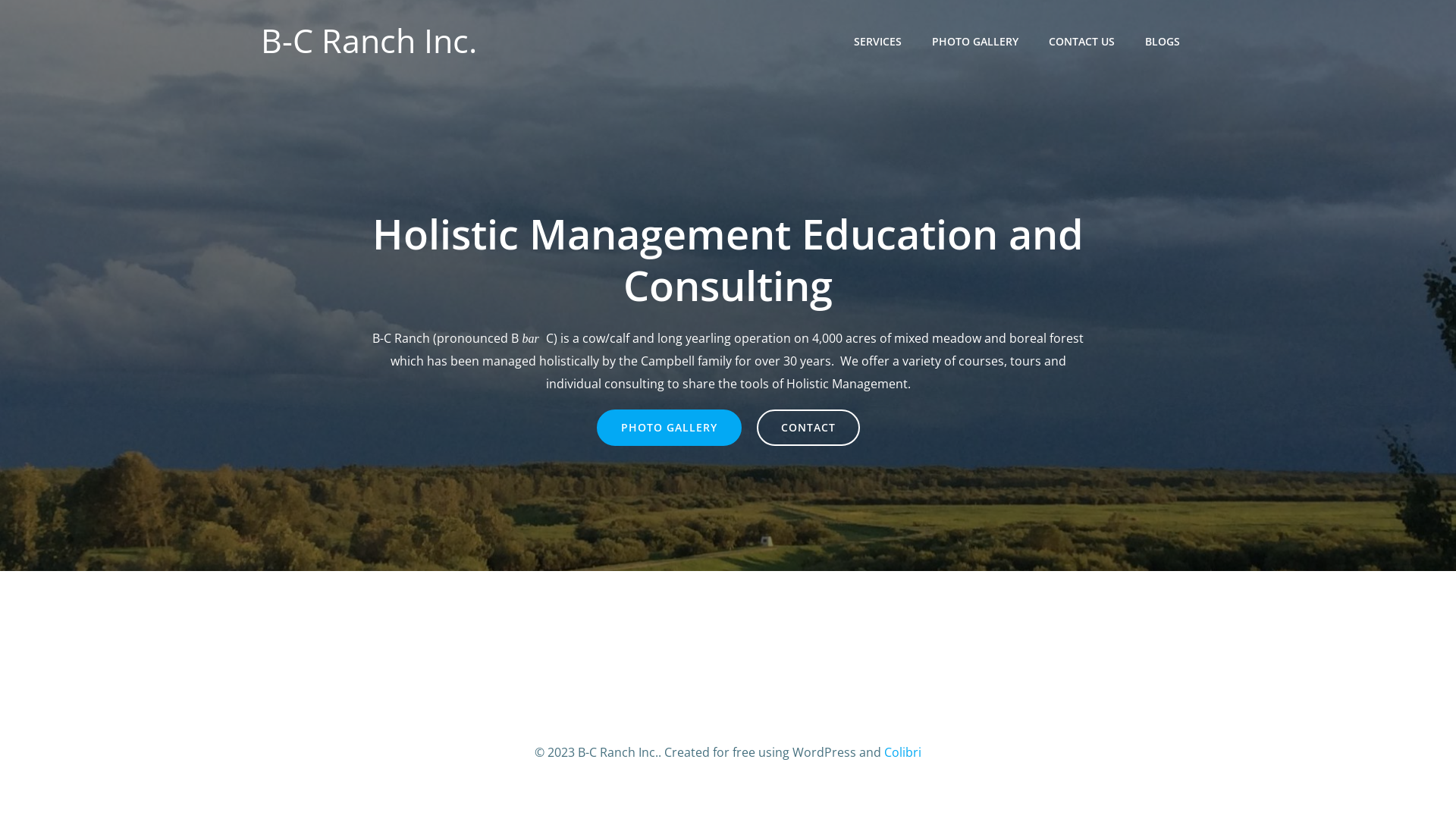 The height and width of the screenshot is (819, 1456). Describe the element at coordinates (1081, 40) in the screenshot. I see `'CONTACT US'` at that location.